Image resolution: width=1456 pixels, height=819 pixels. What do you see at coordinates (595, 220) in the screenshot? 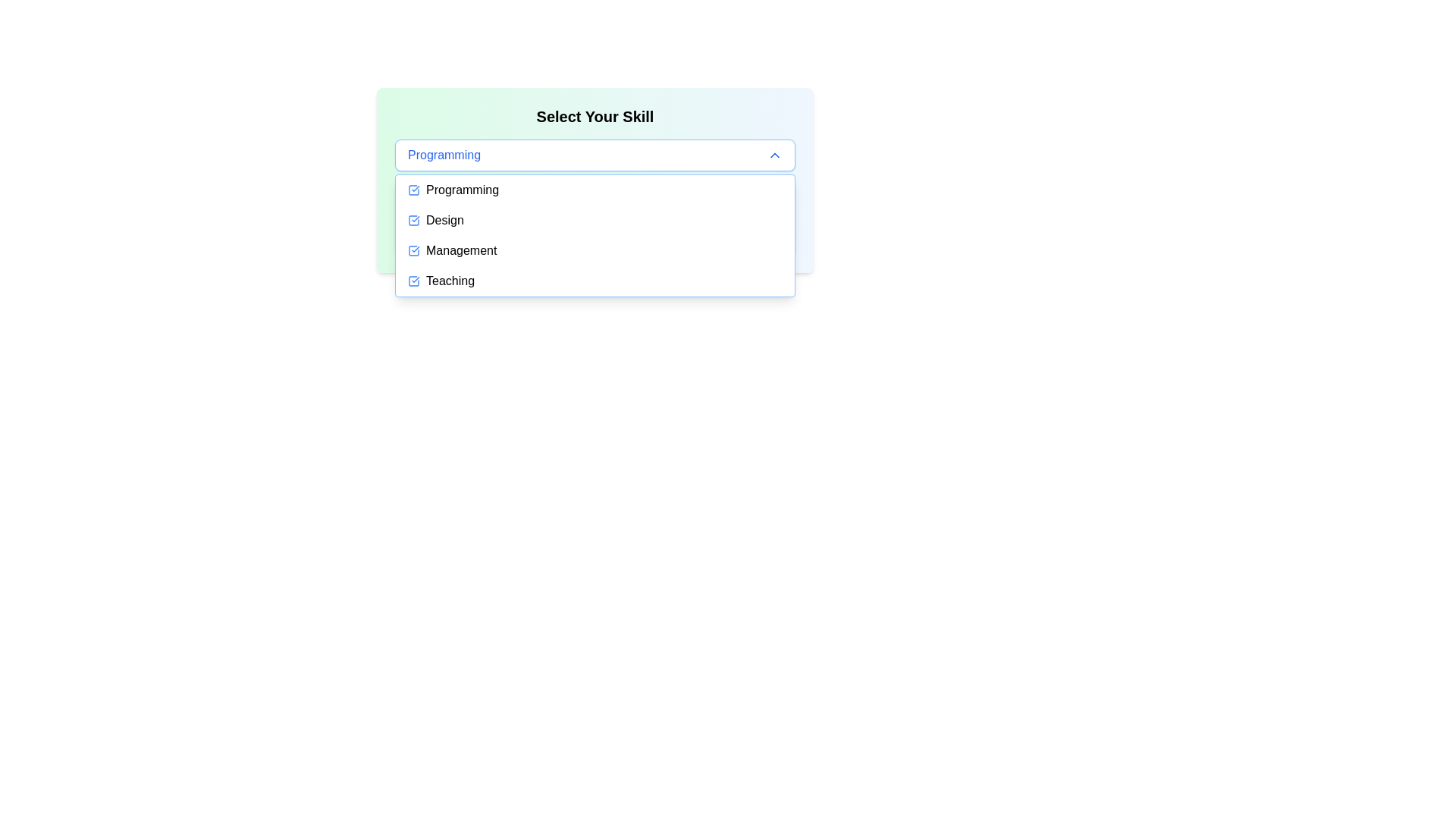
I see `the 'Design' option in the dropdown menu` at bounding box center [595, 220].